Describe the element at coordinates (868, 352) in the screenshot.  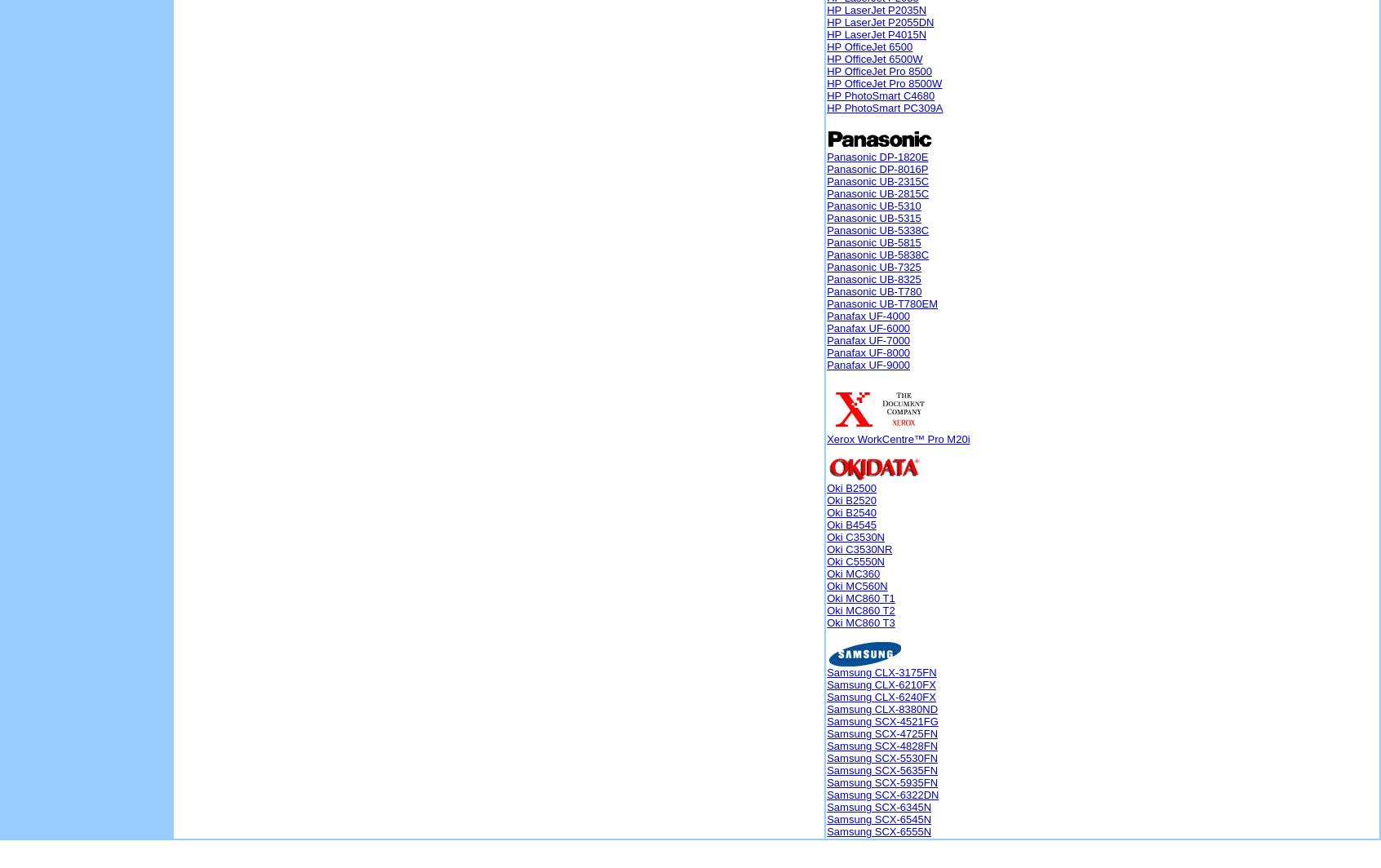
I see `'Panafax UF-8000'` at that location.